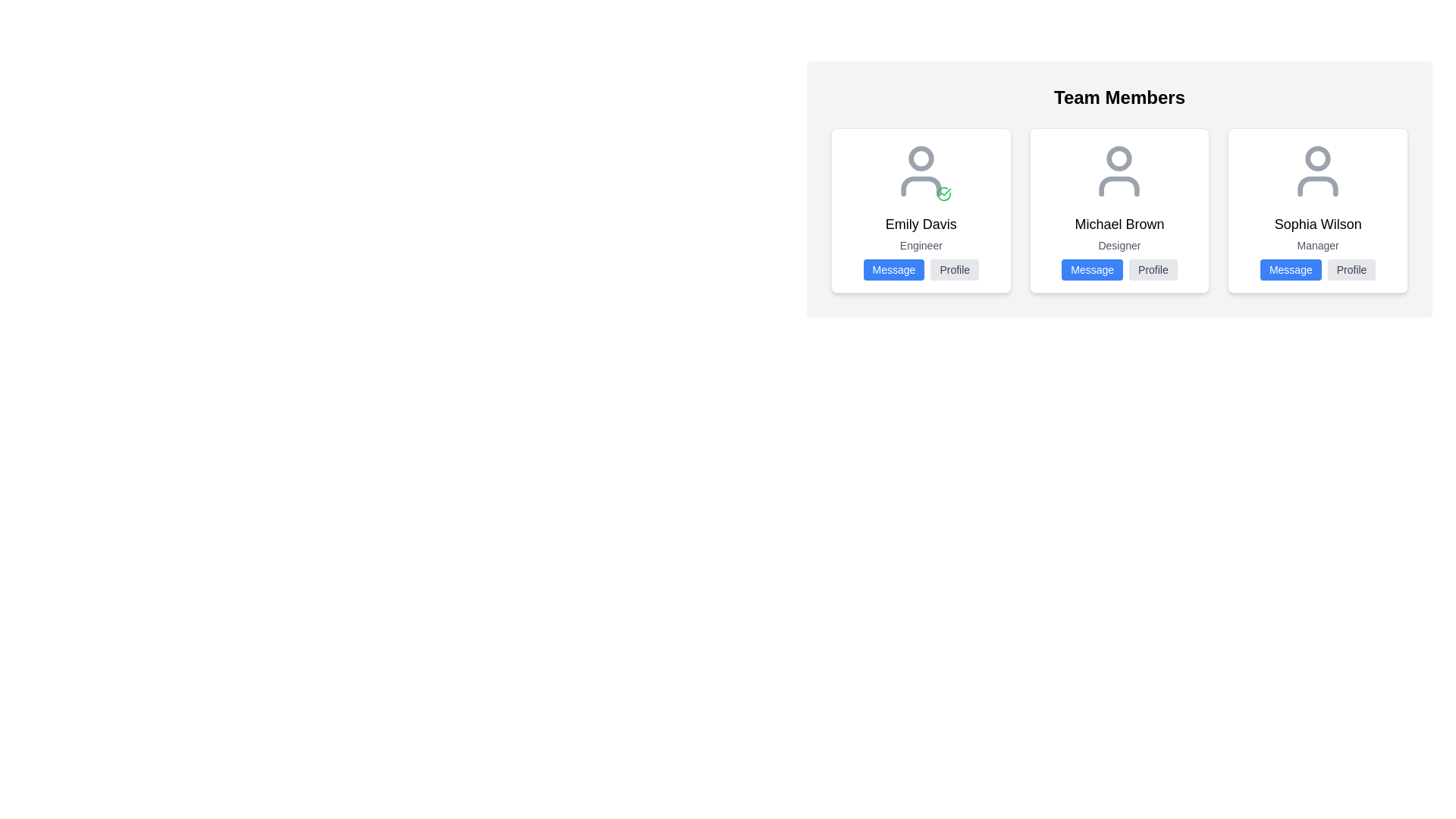 This screenshot has height=819, width=1456. What do you see at coordinates (1317, 171) in the screenshot?
I see `the circular user icon with a gray outline, which represents the profile picture placeholder for 'Sophia Wilson', located at the top of her card and centered above her name and title` at bounding box center [1317, 171].